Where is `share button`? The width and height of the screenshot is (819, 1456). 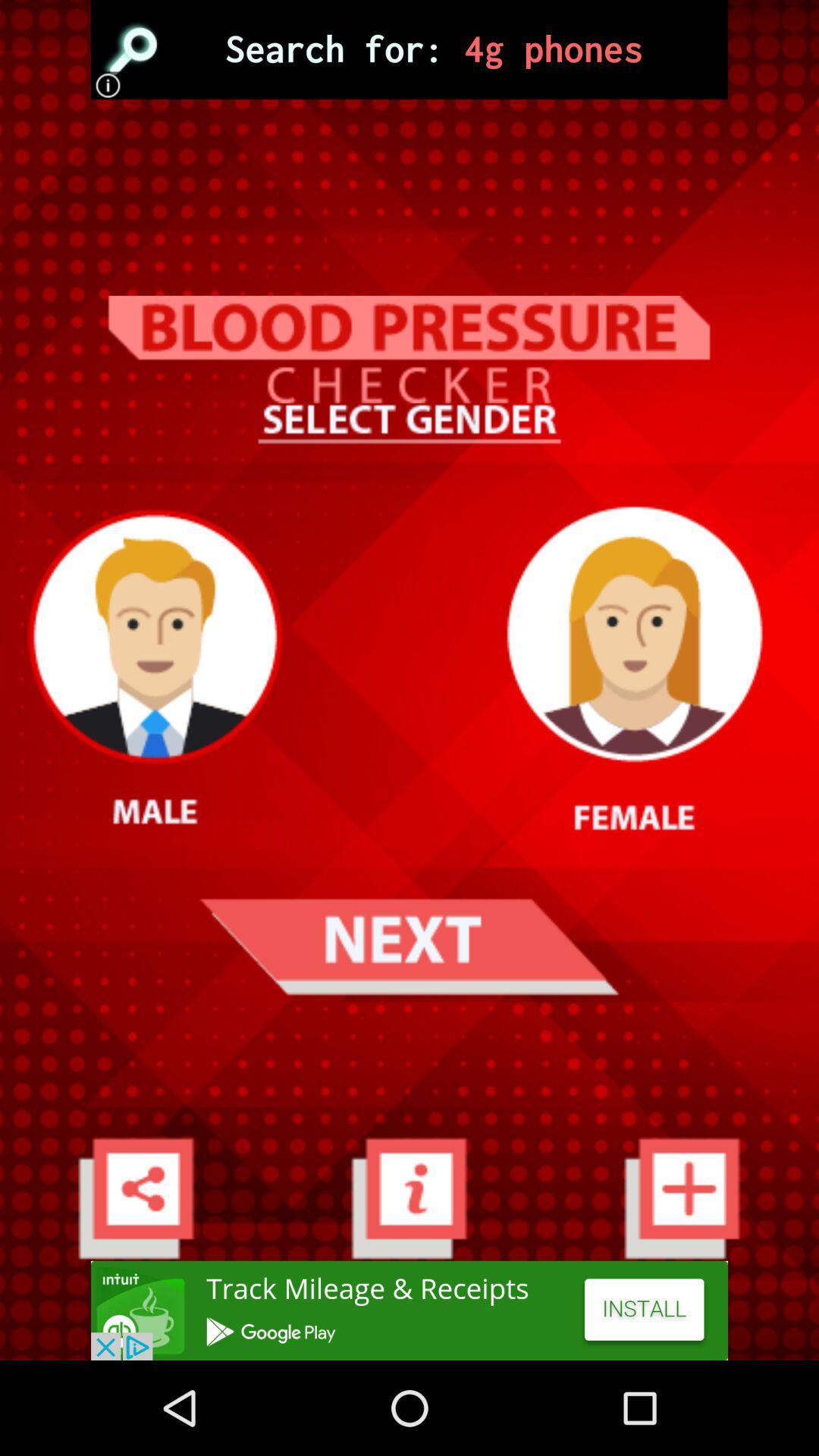
share button is located at coordinates (135, 1197).